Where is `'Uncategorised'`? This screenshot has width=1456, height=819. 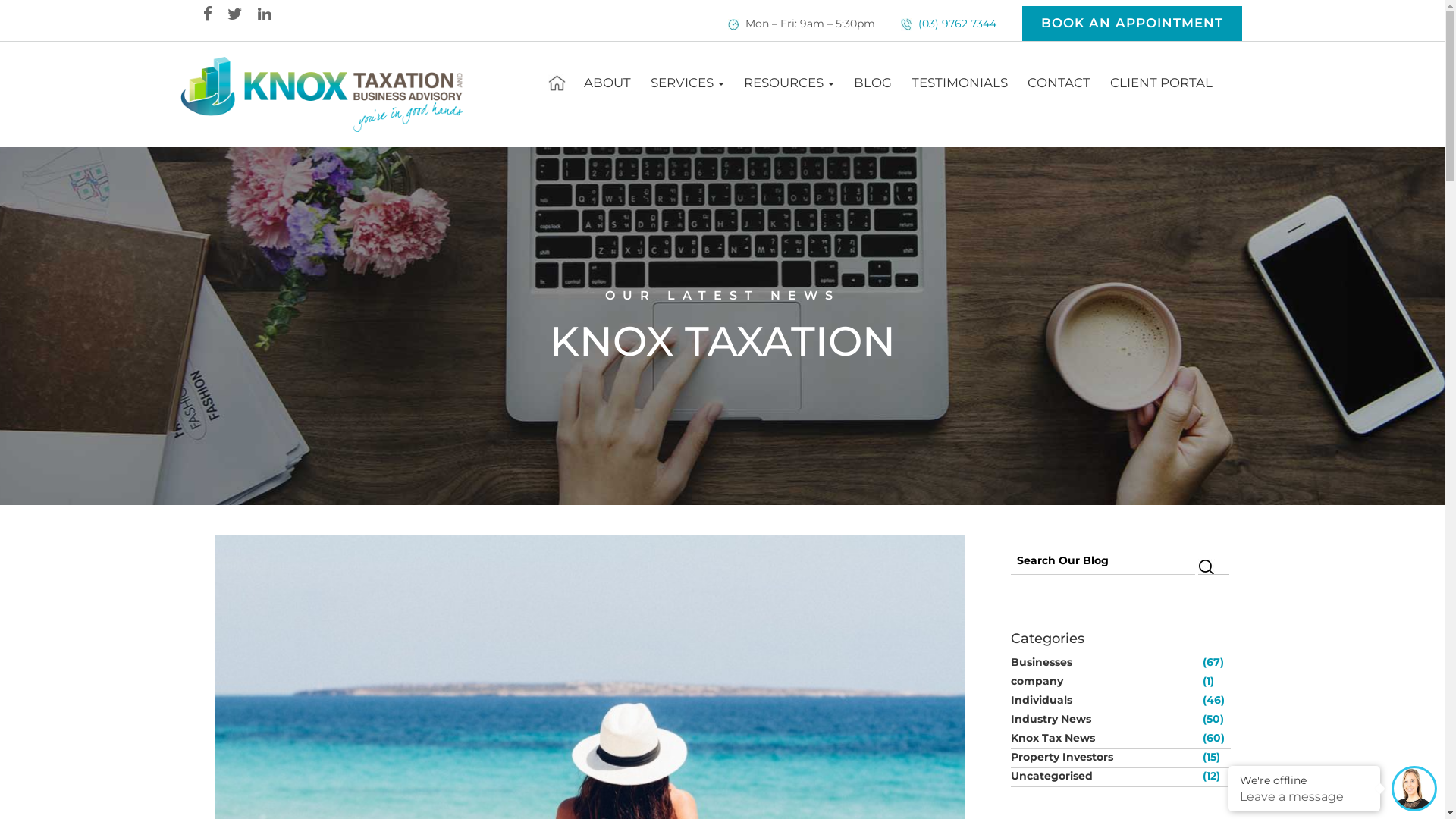
'Uncategorised' is located at coordinates (1104, 775).